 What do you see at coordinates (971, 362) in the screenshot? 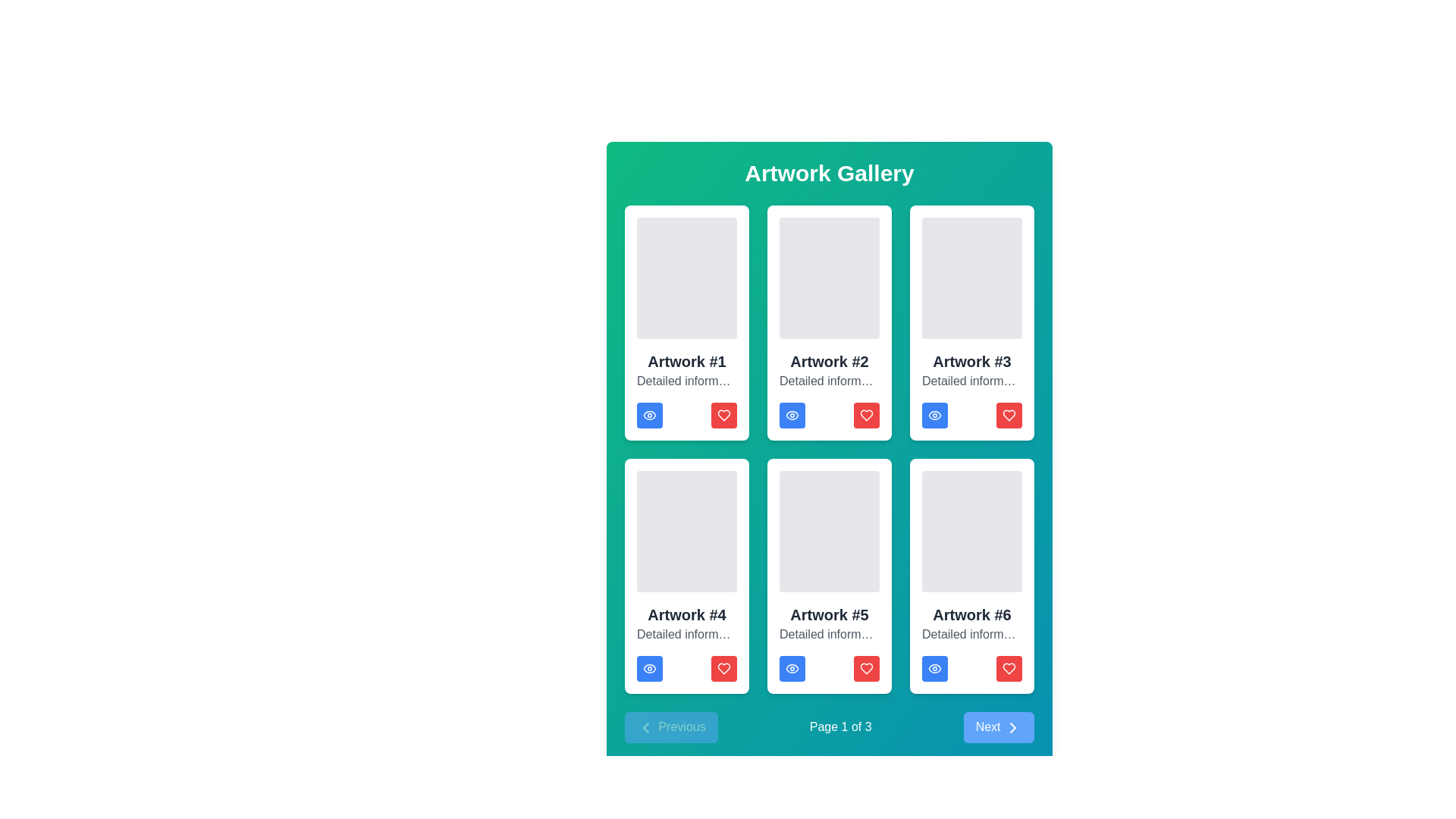
I see `the text label element reading 'Artwork #3', which is centrally located within the third card in the top row of a grid-like structure` at bounding box center [971, 362].